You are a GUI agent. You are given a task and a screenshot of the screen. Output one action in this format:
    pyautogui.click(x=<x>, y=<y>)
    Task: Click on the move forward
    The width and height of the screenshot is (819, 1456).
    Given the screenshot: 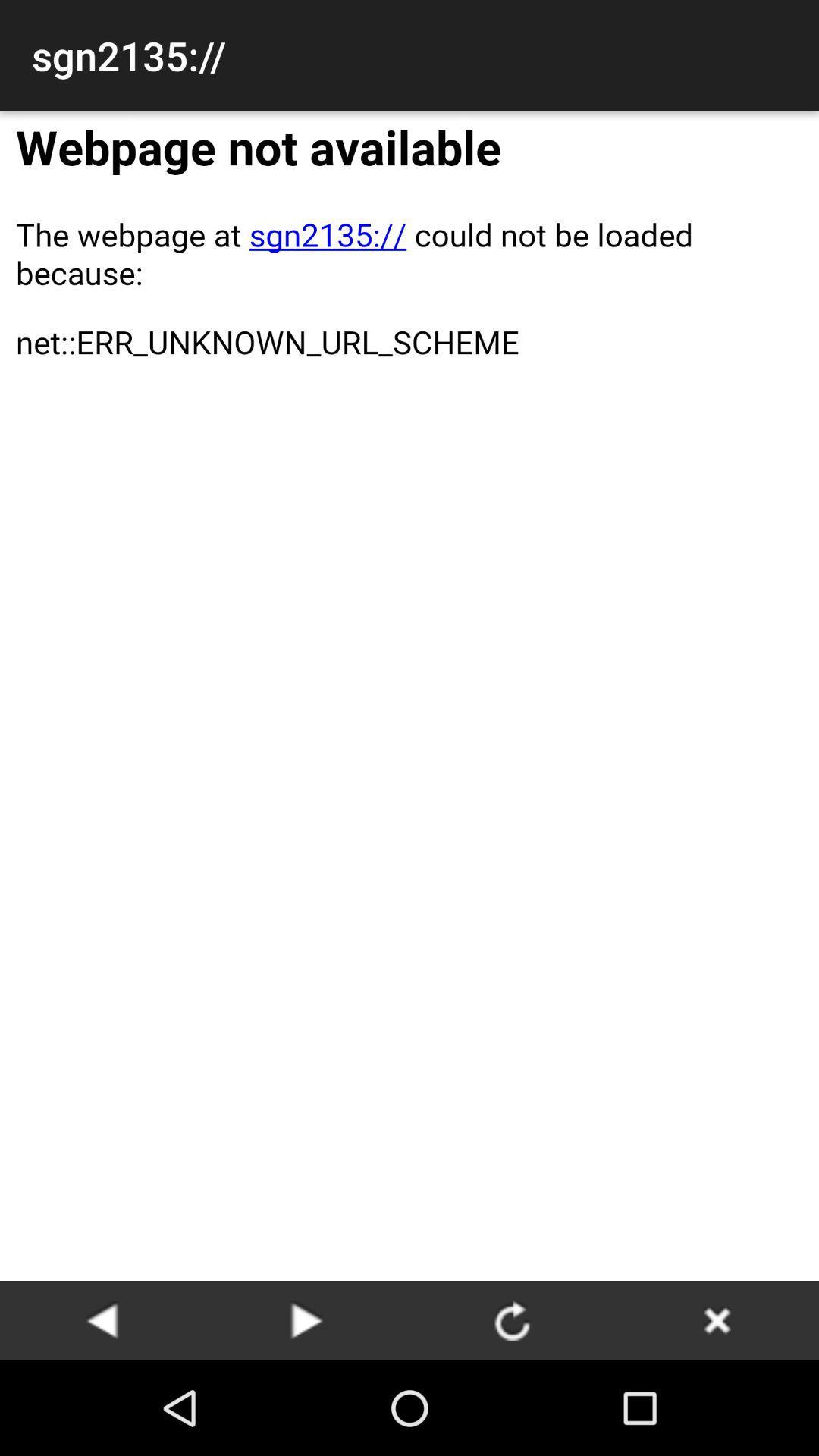 What is the action you would take?
    pyautogui.click(x=307, y=1319)
    